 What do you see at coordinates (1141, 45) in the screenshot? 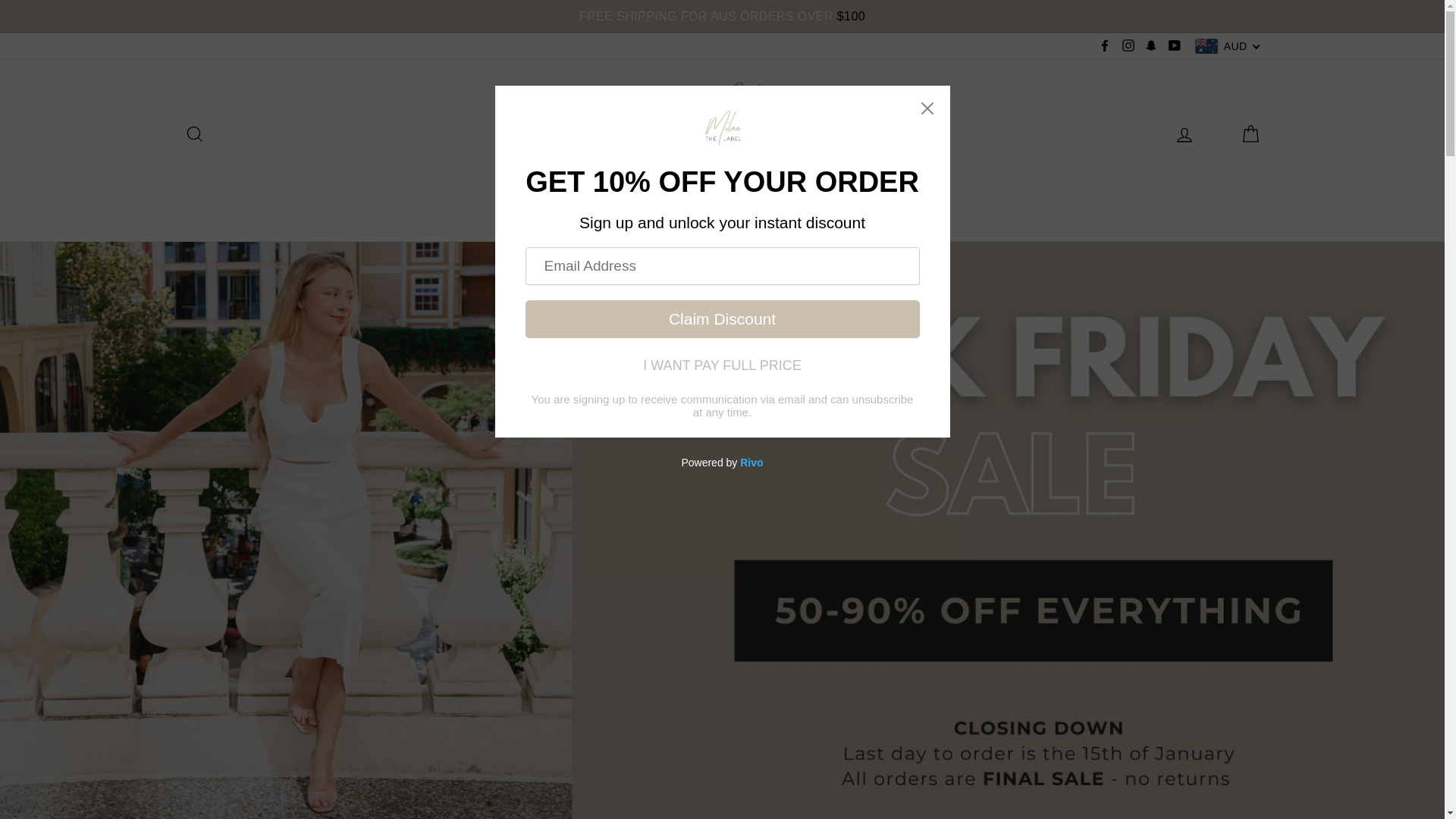
I see `'Snapchat'` at bounding box center [1141, 45].